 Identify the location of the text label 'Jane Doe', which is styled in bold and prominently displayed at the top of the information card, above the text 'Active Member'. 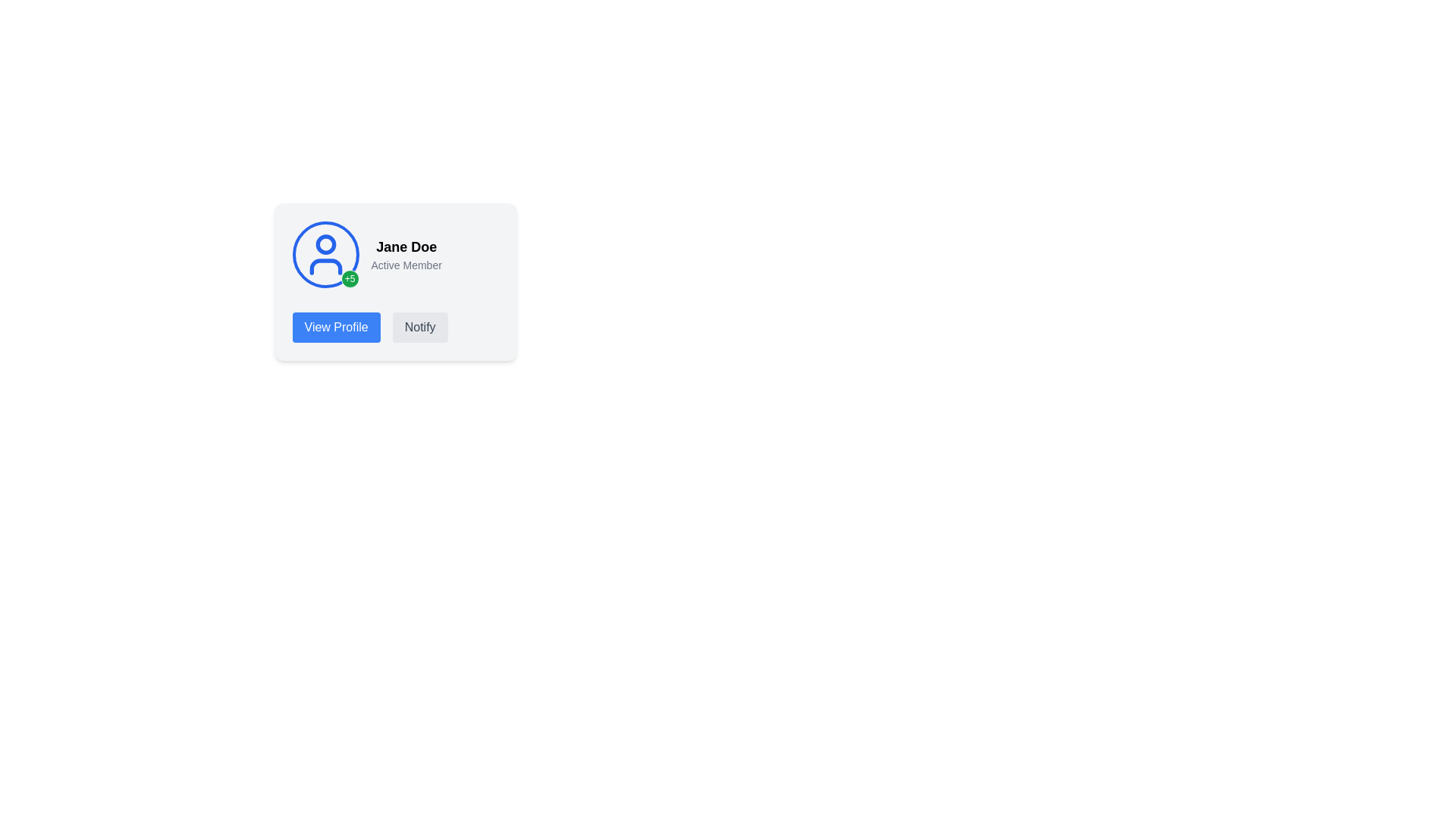
(406, 246).